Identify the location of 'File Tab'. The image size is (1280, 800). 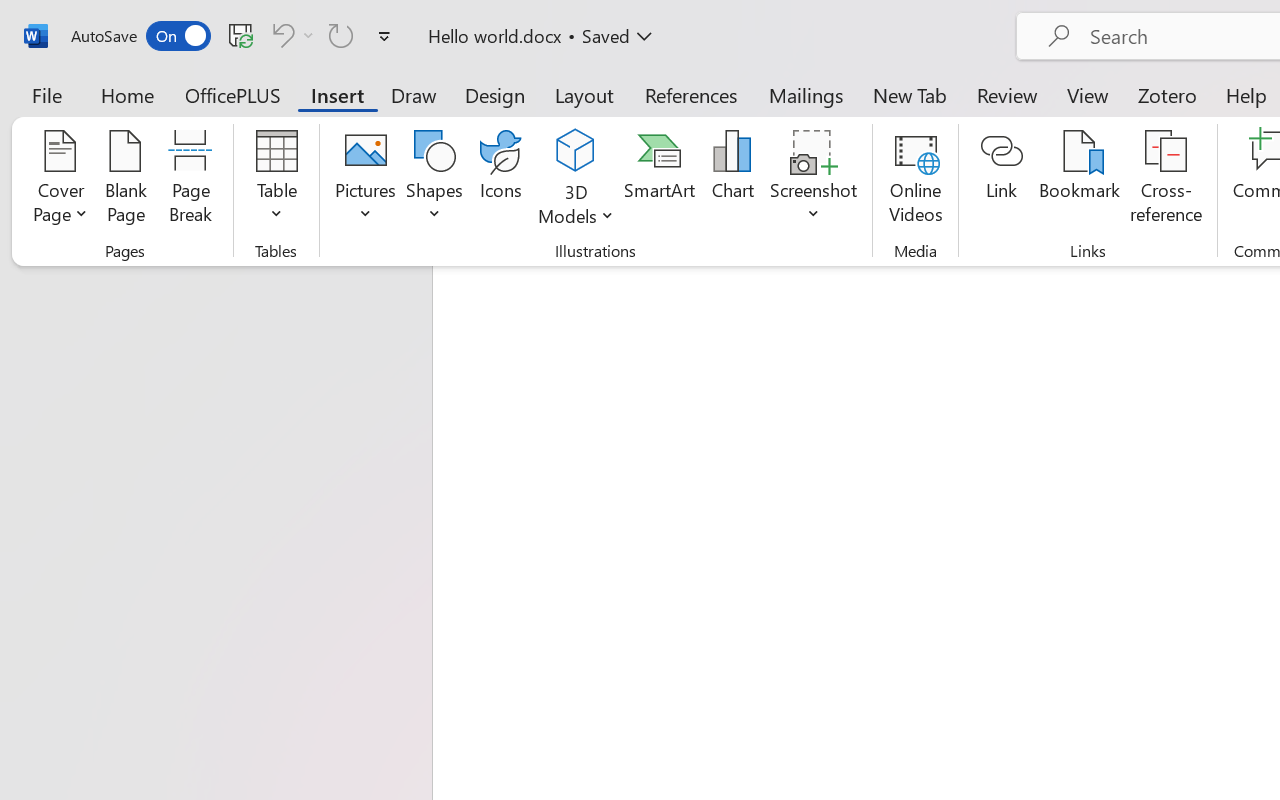
(46, 94).